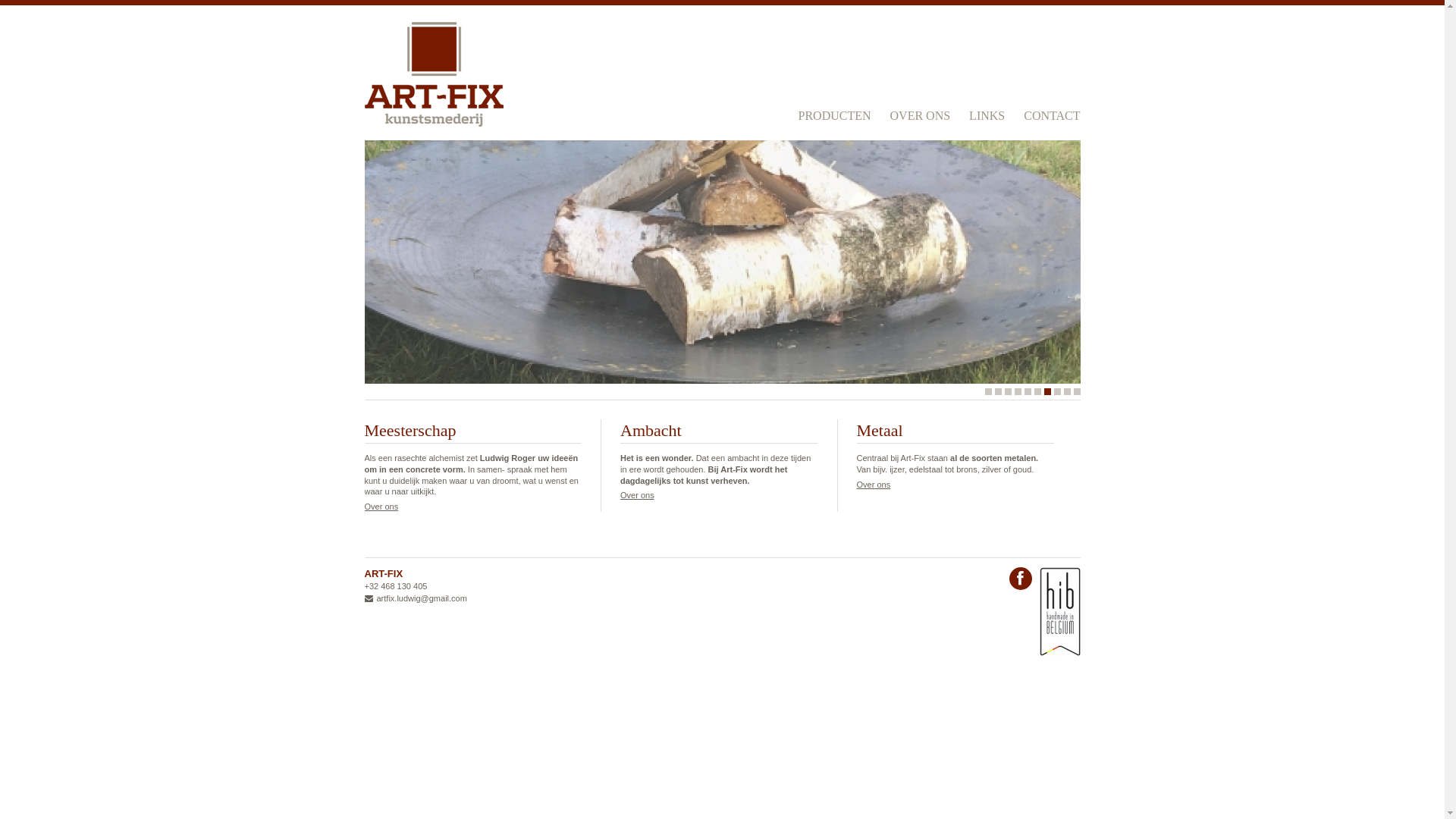  What do you see at coordinates (415, 598) in the screenshot?
I see `'artfix.ludwig@gmail.com'` at bounding box center [415, 598].